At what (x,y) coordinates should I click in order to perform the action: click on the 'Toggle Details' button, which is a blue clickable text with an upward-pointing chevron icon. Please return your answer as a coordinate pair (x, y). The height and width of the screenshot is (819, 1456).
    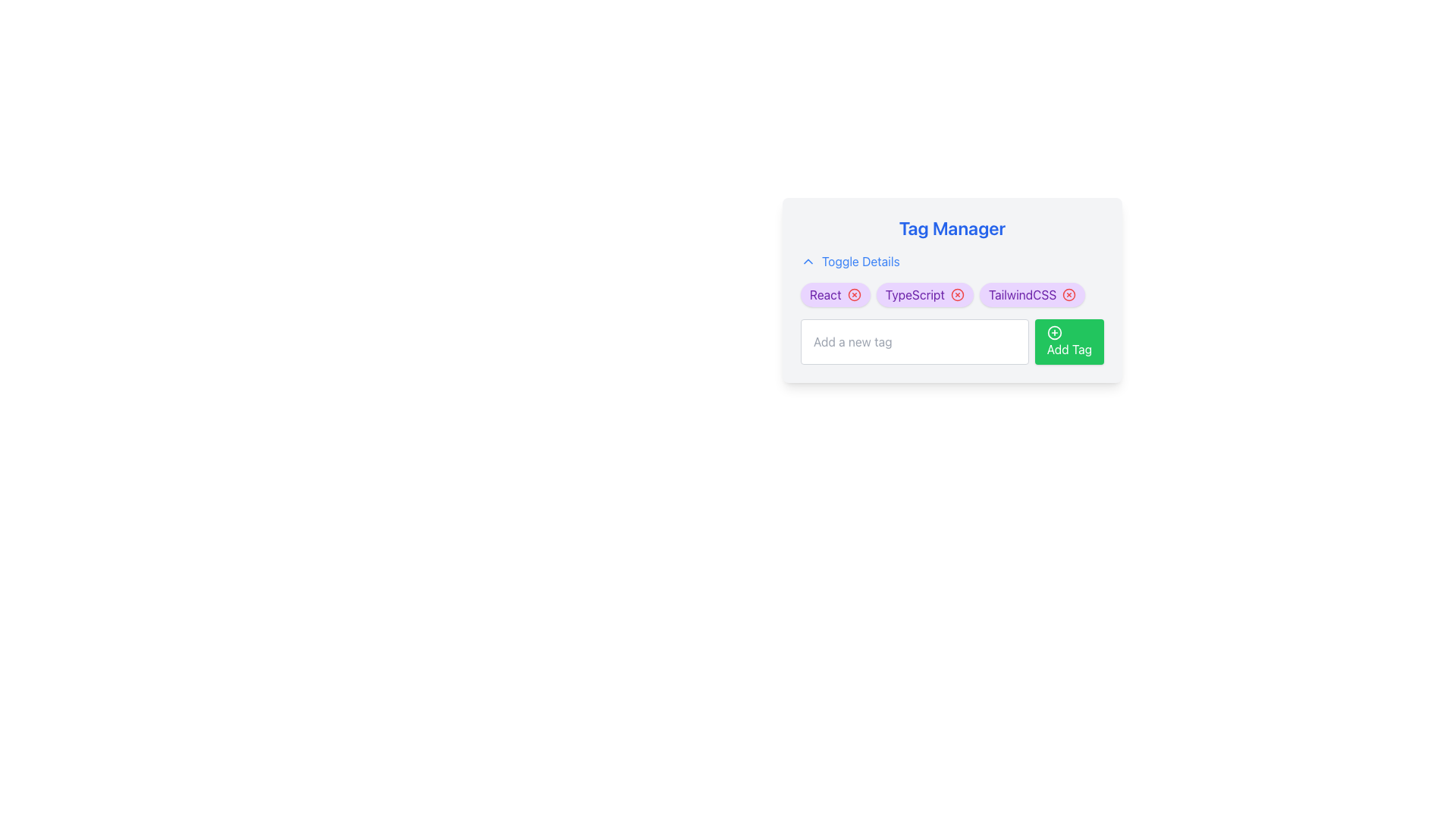
    Looking at the image, I should click on (850, 260).